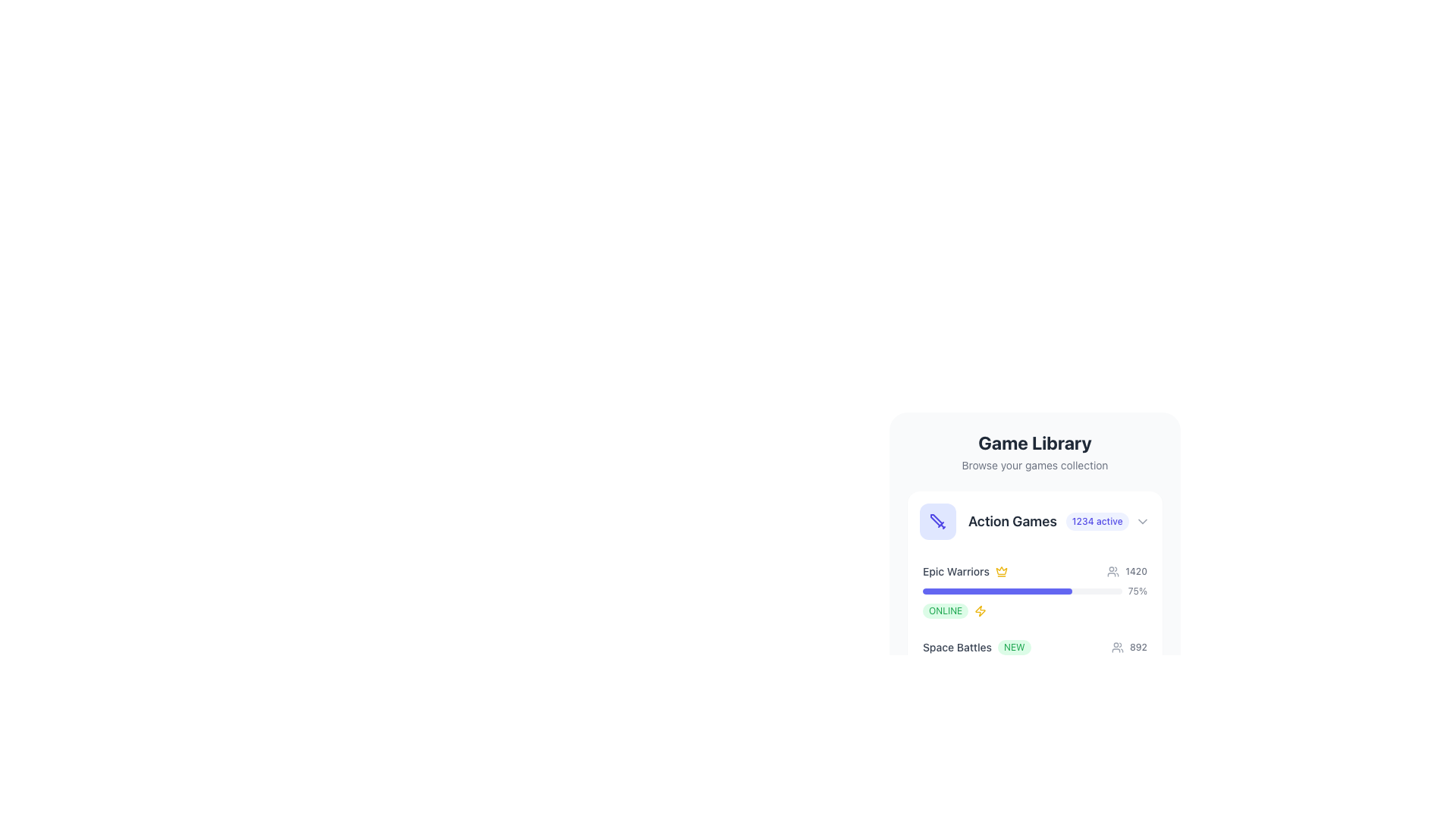  I want to click on the text label with the title 'Space Battles' and the badge 'NEW' located in the lower section of the card-style list under 'Action Games', so click(977, 647).